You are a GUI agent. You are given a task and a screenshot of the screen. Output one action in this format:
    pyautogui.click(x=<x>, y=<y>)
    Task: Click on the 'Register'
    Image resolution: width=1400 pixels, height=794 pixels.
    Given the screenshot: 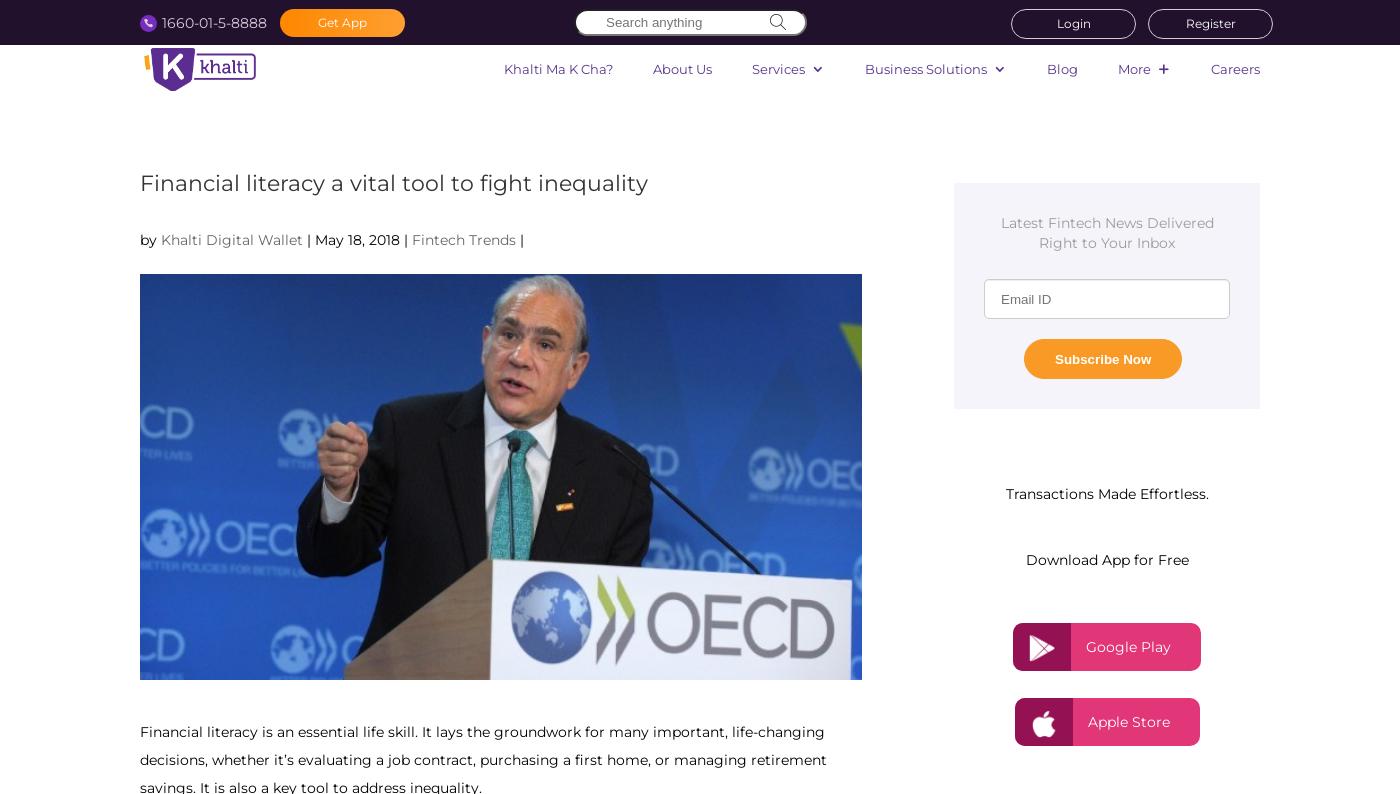 What is the action you would take?
    pyautogui.click(x=1184, y=22)
    